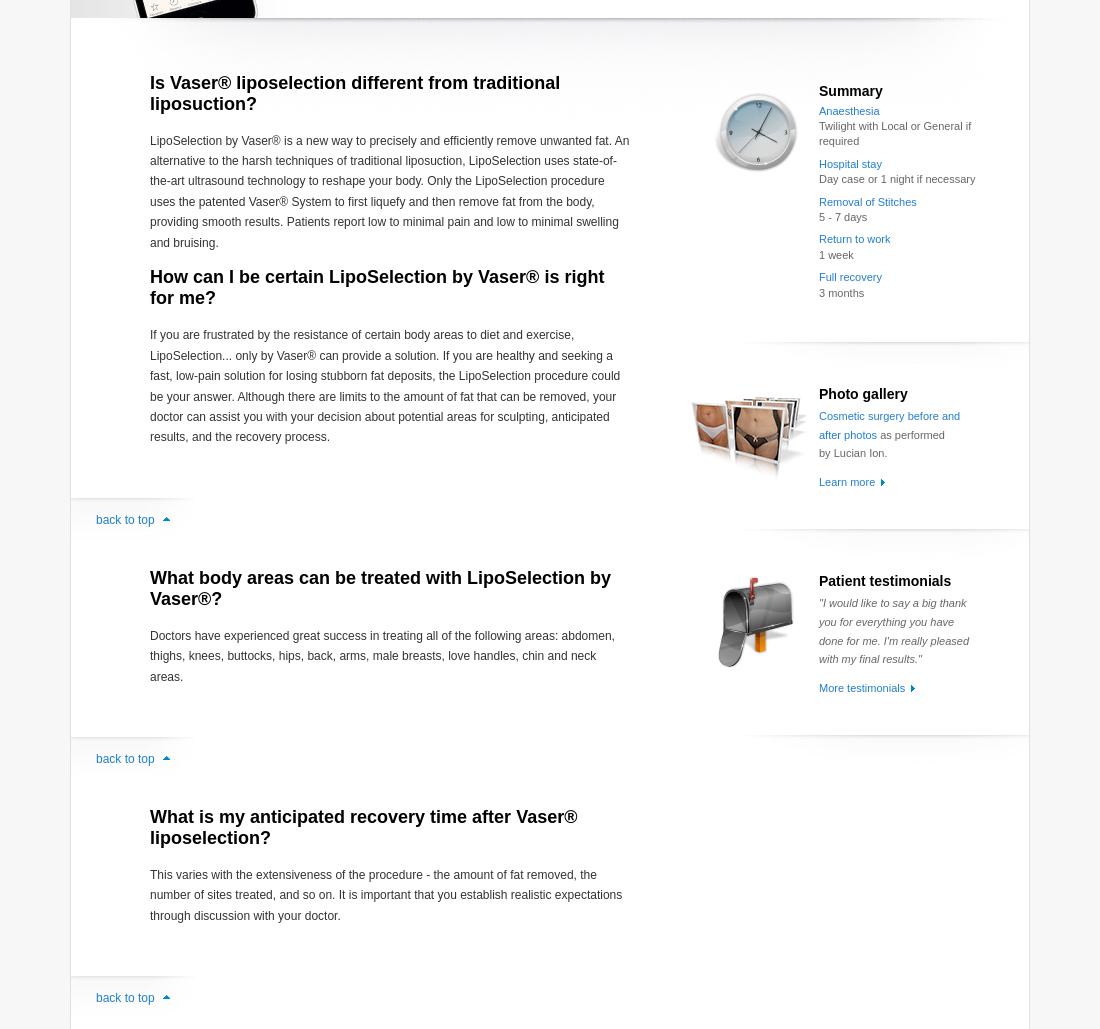 Image resolution: width=1100 pixels, height=1029 pixels. Describe the element at coordinates (842, 215) in the screenshot. I see `'5 - 7 days'` at that location.